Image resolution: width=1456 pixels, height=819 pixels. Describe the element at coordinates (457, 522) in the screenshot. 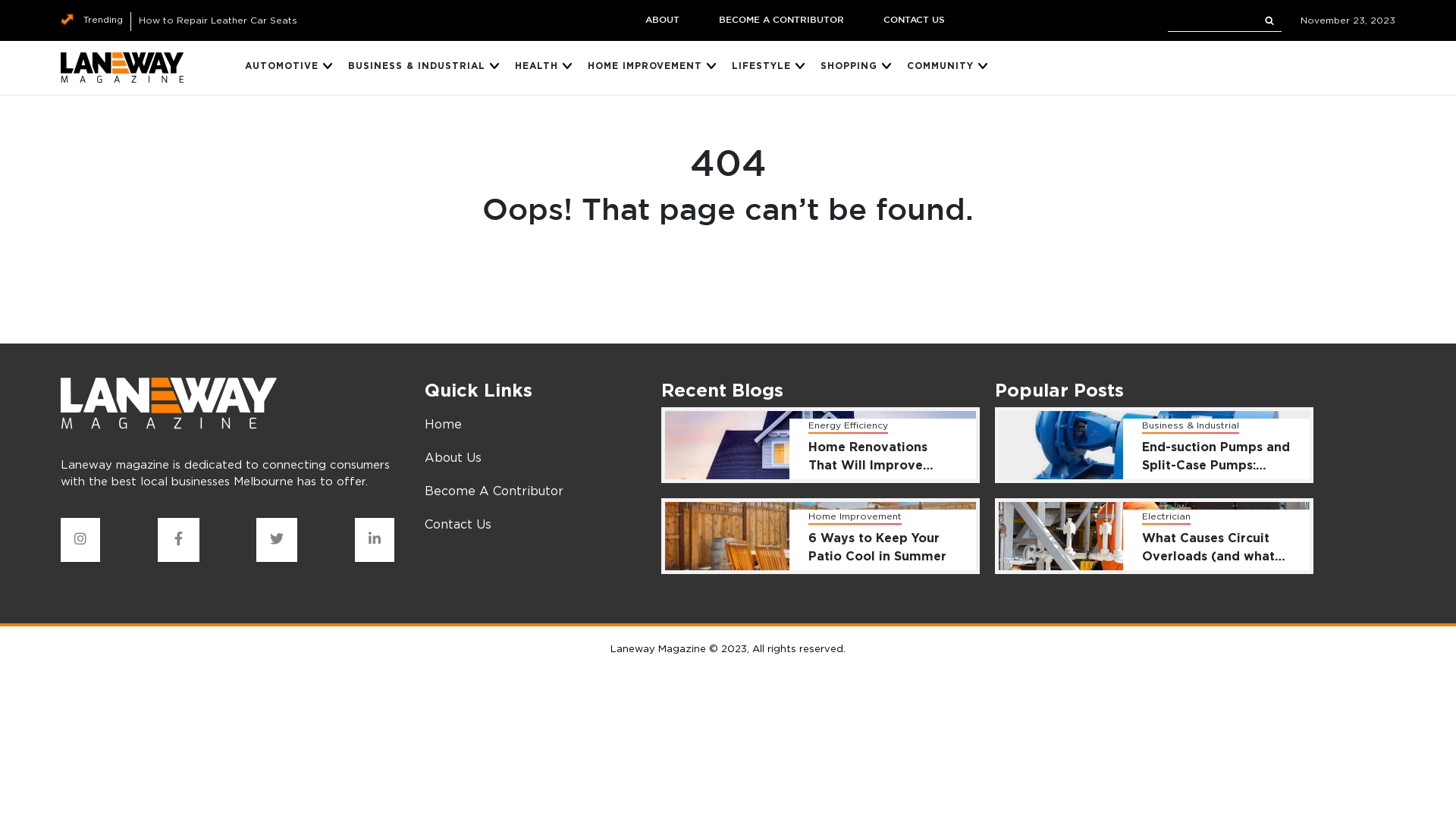

I see `'Contact Us'` at that location.